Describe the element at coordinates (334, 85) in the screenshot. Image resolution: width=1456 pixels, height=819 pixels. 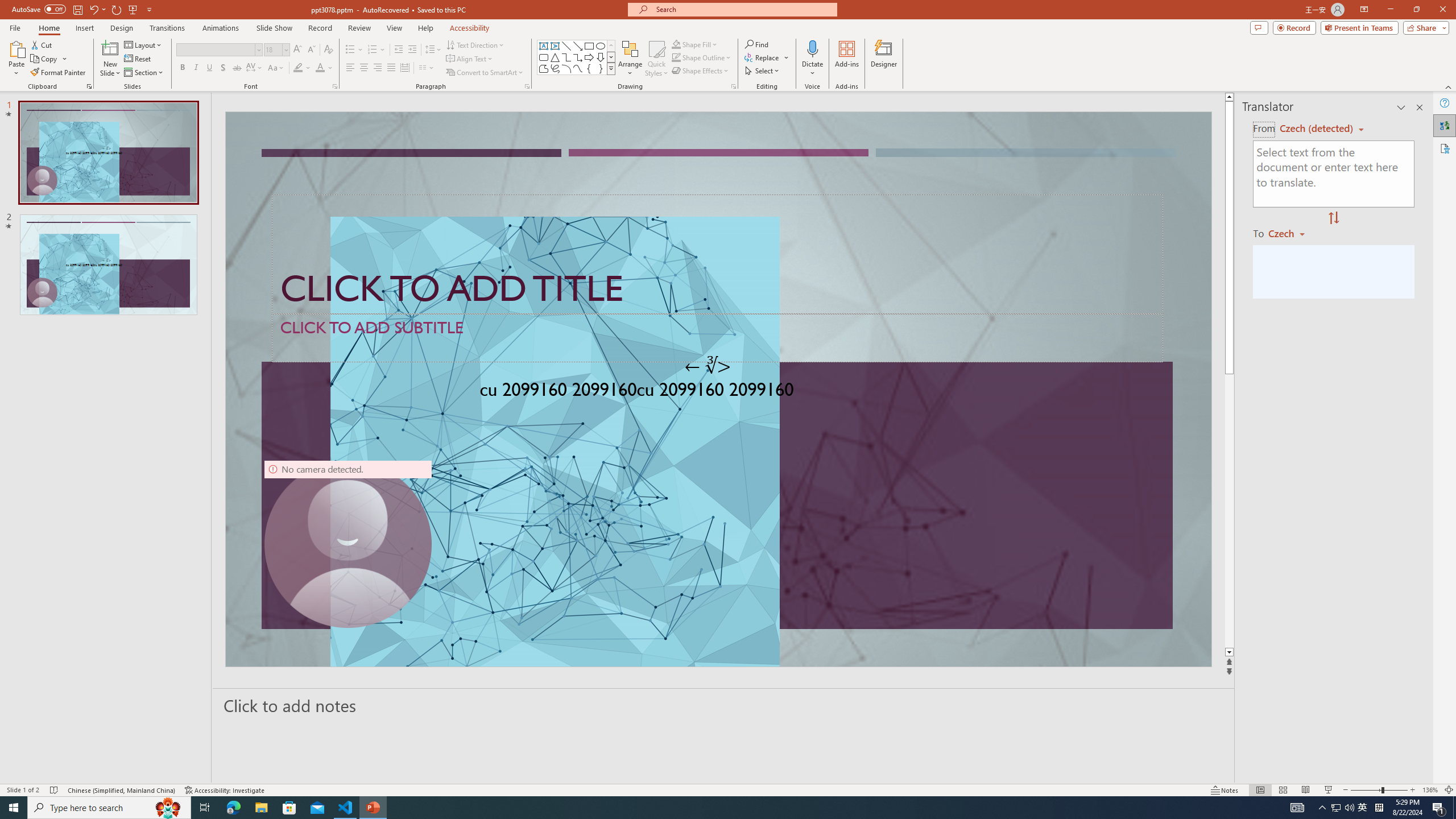
I see `'Font...'` at that location.